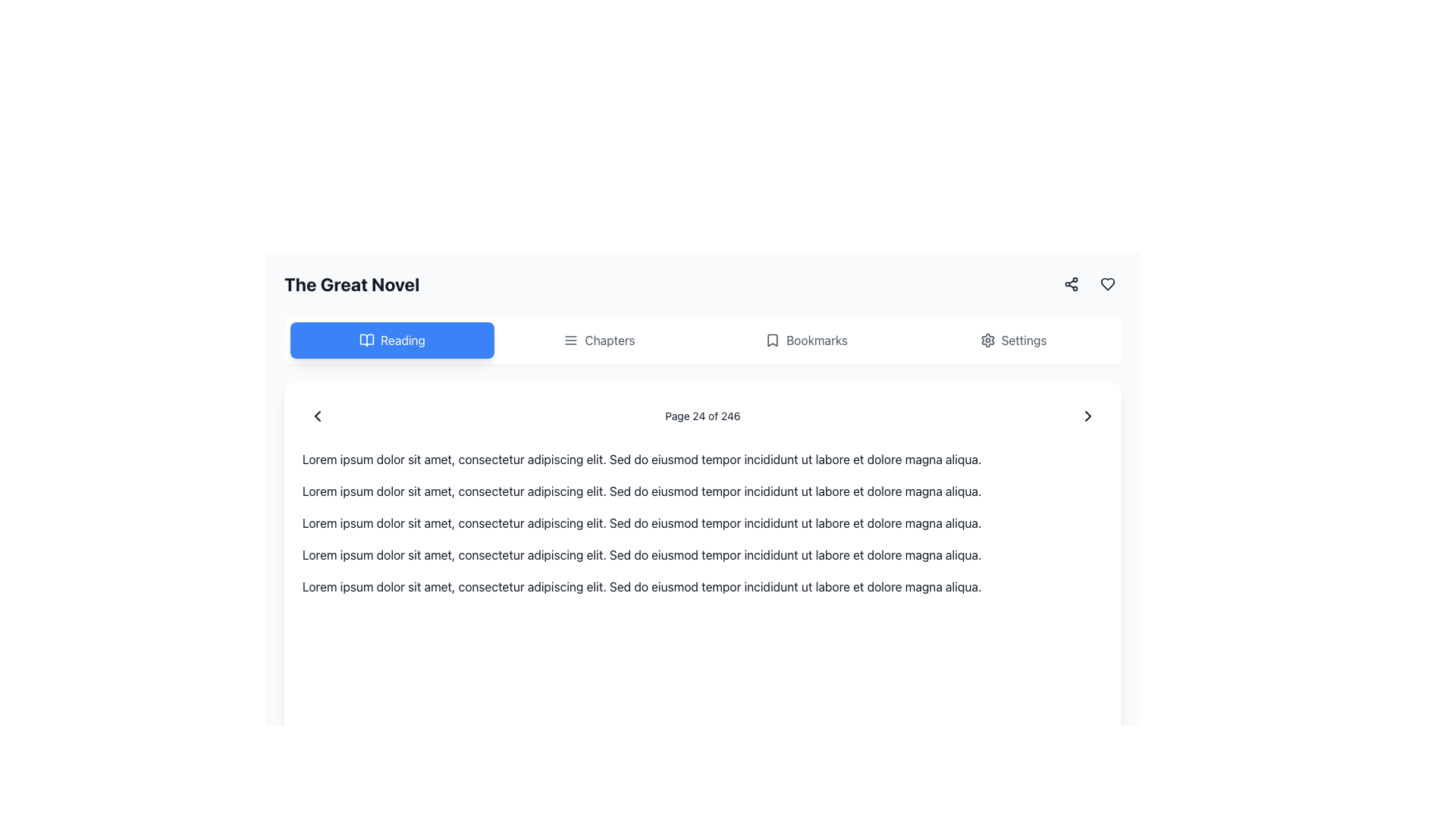 Image resolution: width=1456 pixels, height=819 pixels. What do you see at coordinates (316, 416) in the screenshot?
I see `the chevron icon located at the top left section of the interface` at bounding box center [316, 416].